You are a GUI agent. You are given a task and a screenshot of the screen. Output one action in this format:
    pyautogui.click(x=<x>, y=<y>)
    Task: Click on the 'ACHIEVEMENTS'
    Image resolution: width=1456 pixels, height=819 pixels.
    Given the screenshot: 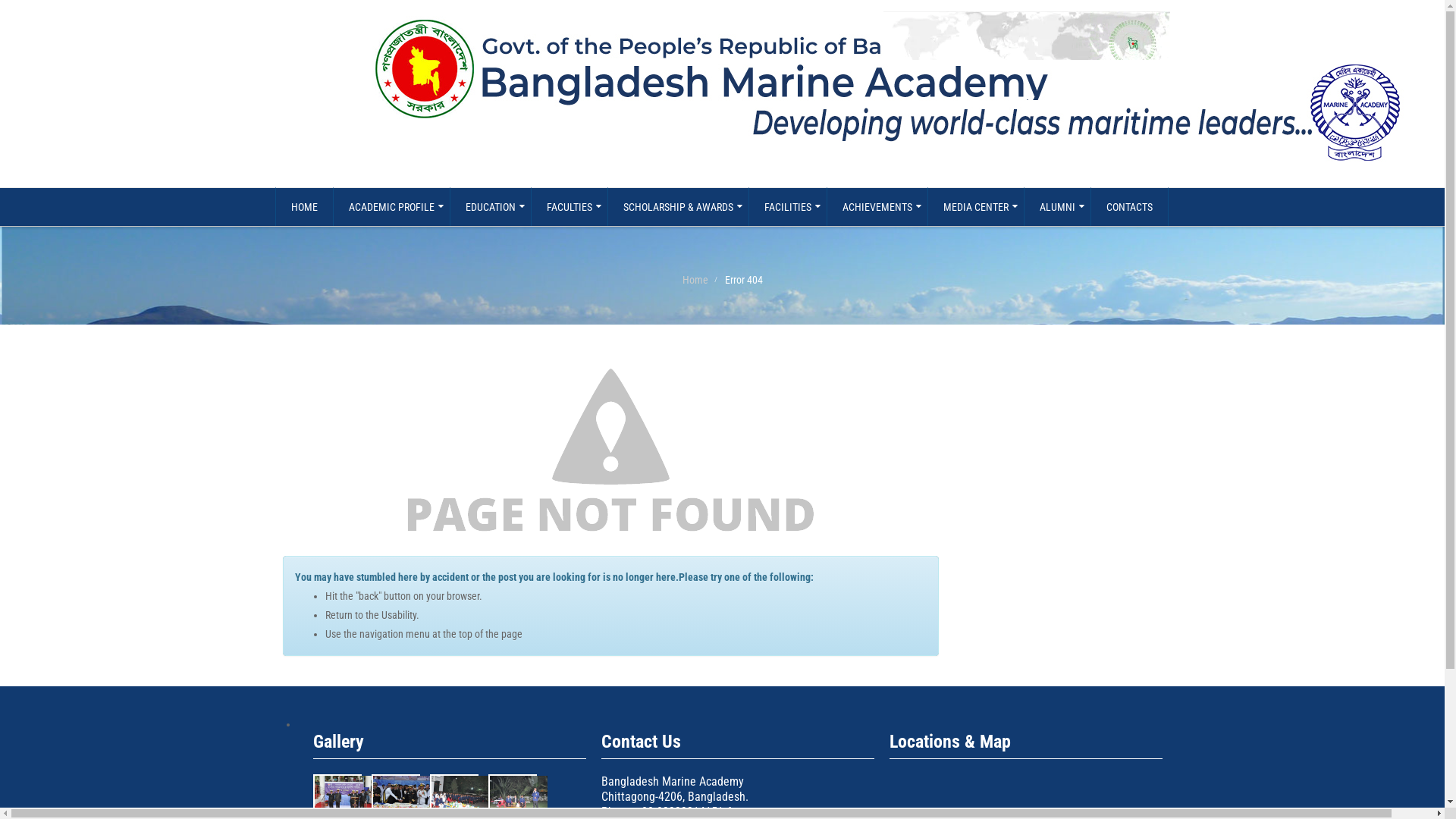 What is the action you would take?
    pyautogui.click(x=825, y=207)
    